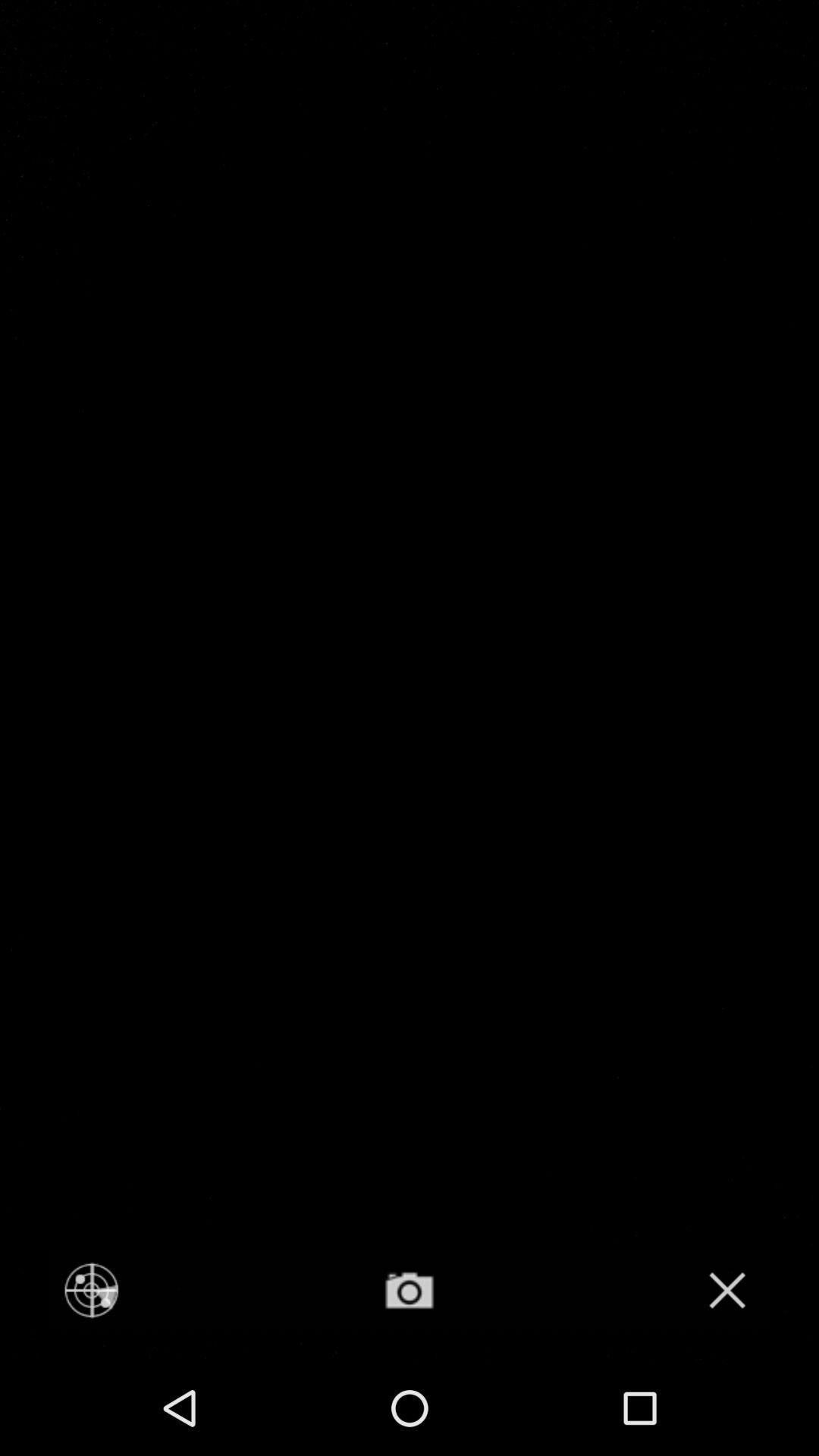 The width and height of the screenshot is (819, 1456). I want to click on the close icon, so click(726, 1381).